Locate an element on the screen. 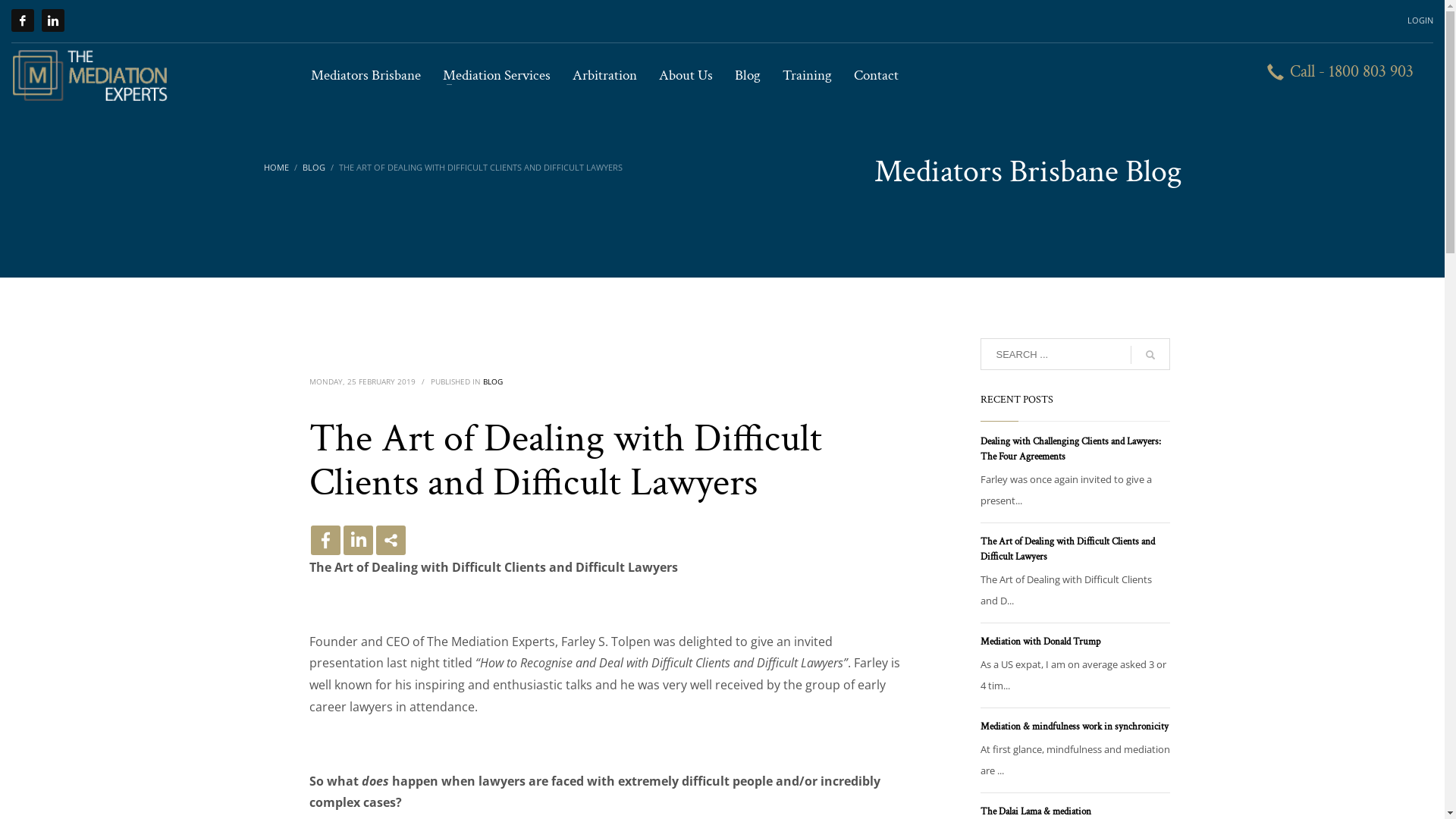  'BLOG' is located at coordinates (491, 380).